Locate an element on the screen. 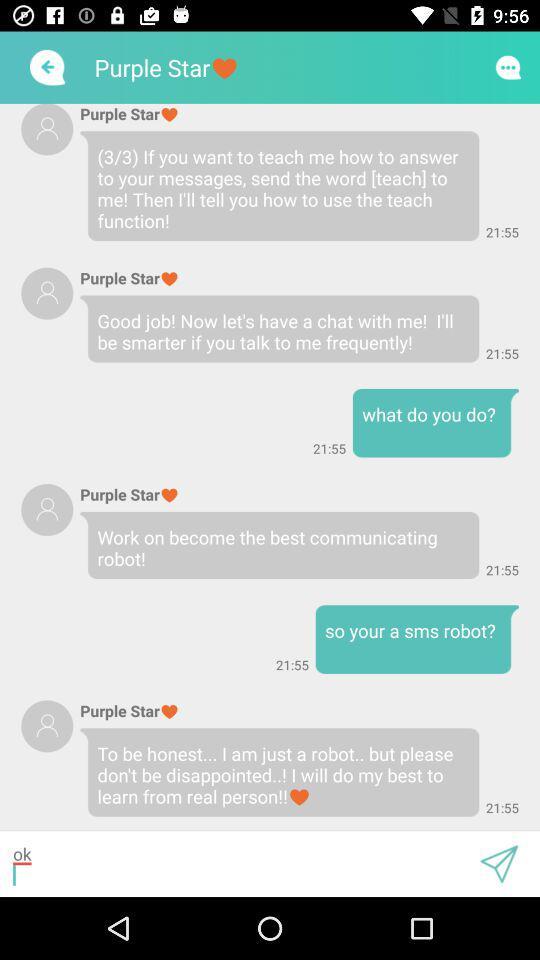 This screenshot has width=540, height=960. attachment and map option is located at coordinates (498, 863).